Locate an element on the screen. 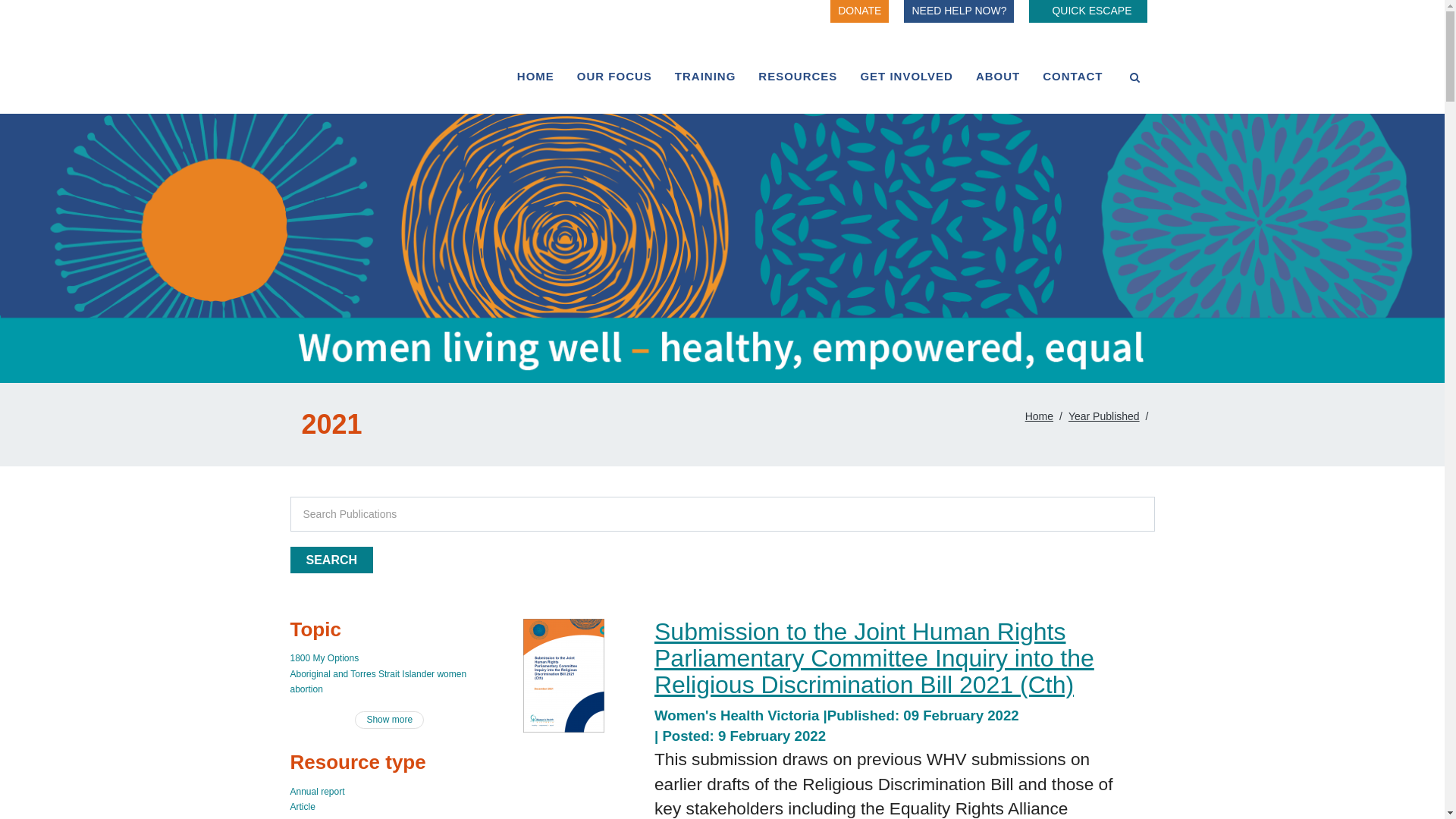 This screenshot has height=819, width=1456. 'GET INVOLVED' is located at coordinates (847, 76).